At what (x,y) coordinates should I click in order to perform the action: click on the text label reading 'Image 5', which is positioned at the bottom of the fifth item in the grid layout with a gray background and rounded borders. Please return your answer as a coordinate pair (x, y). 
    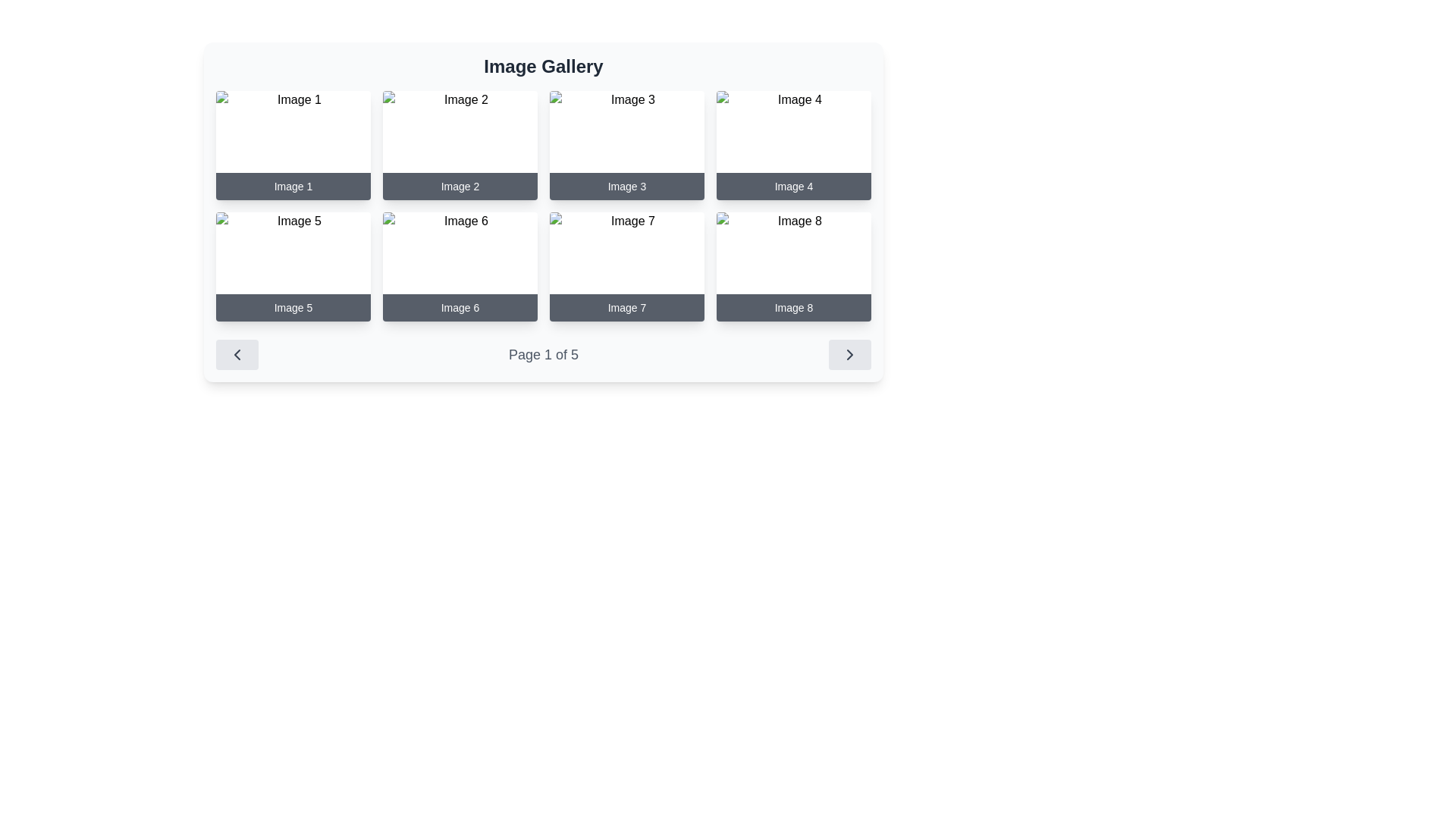
    Looking at the image, I should click on (293, 307).